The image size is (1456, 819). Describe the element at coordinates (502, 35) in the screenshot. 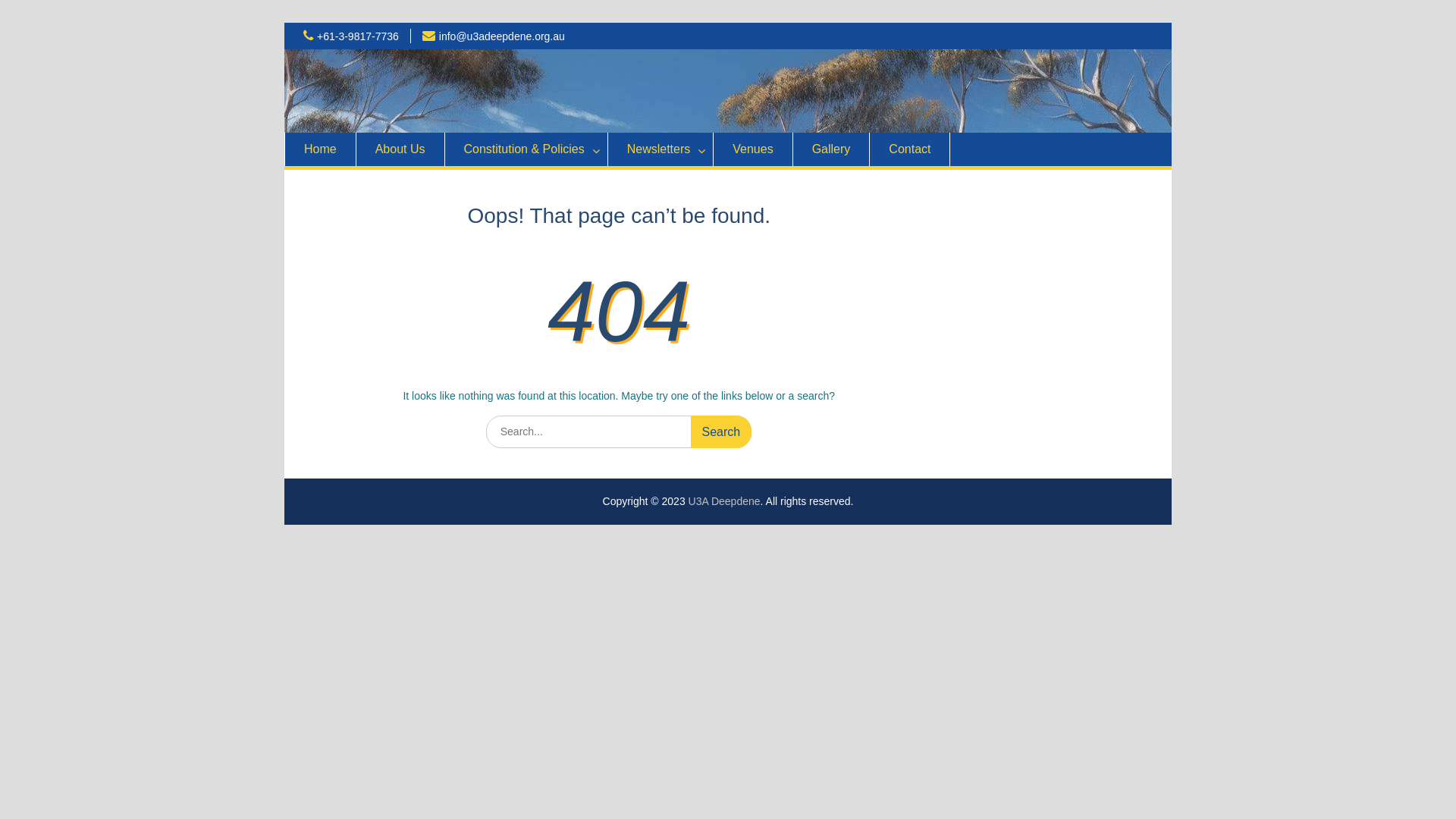

I see `'info@u3adeepdene.org.au'` at that location.